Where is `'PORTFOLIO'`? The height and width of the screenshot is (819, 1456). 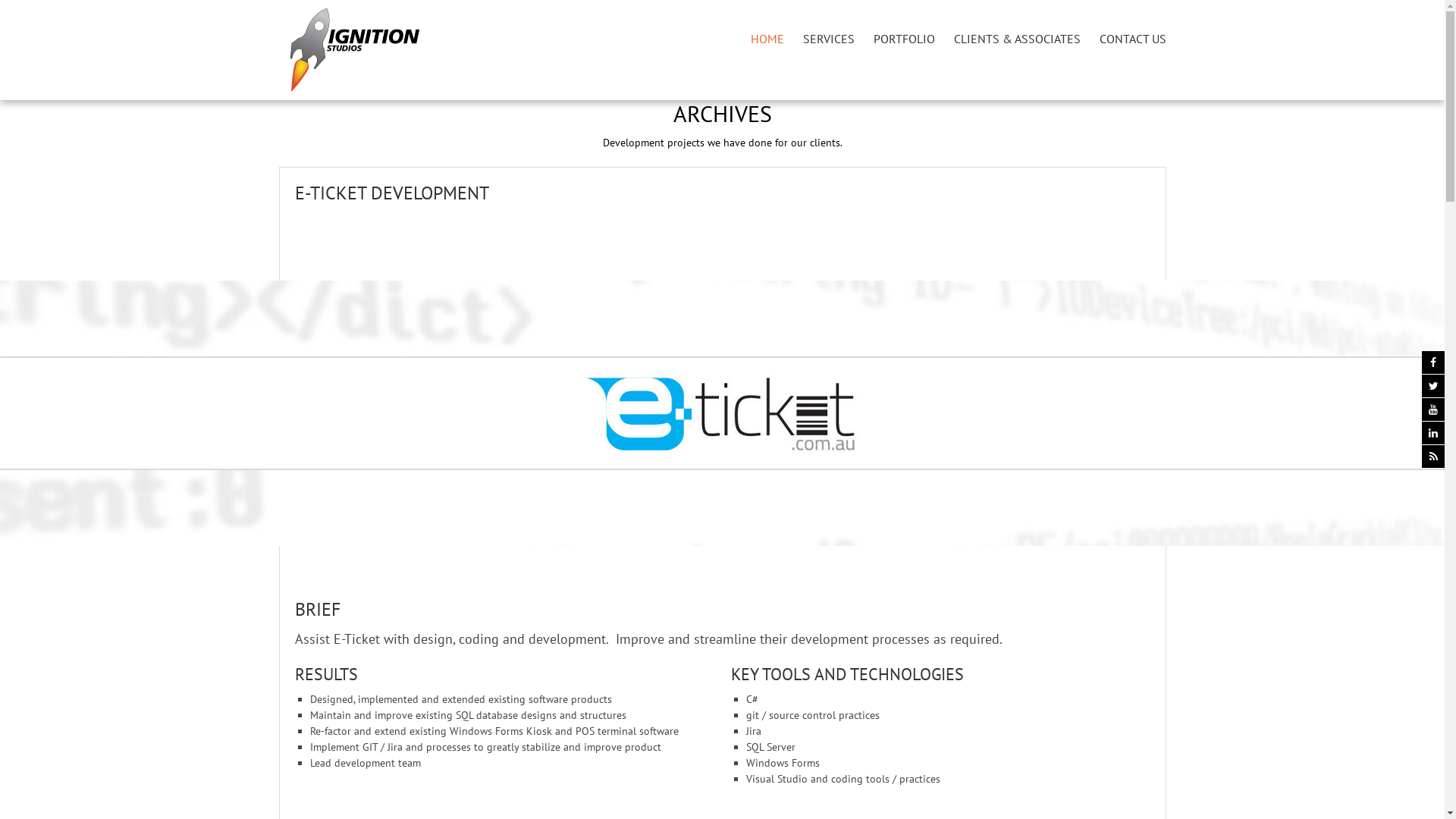 'PORTFOLIO' is located at coordinates (904, 37).